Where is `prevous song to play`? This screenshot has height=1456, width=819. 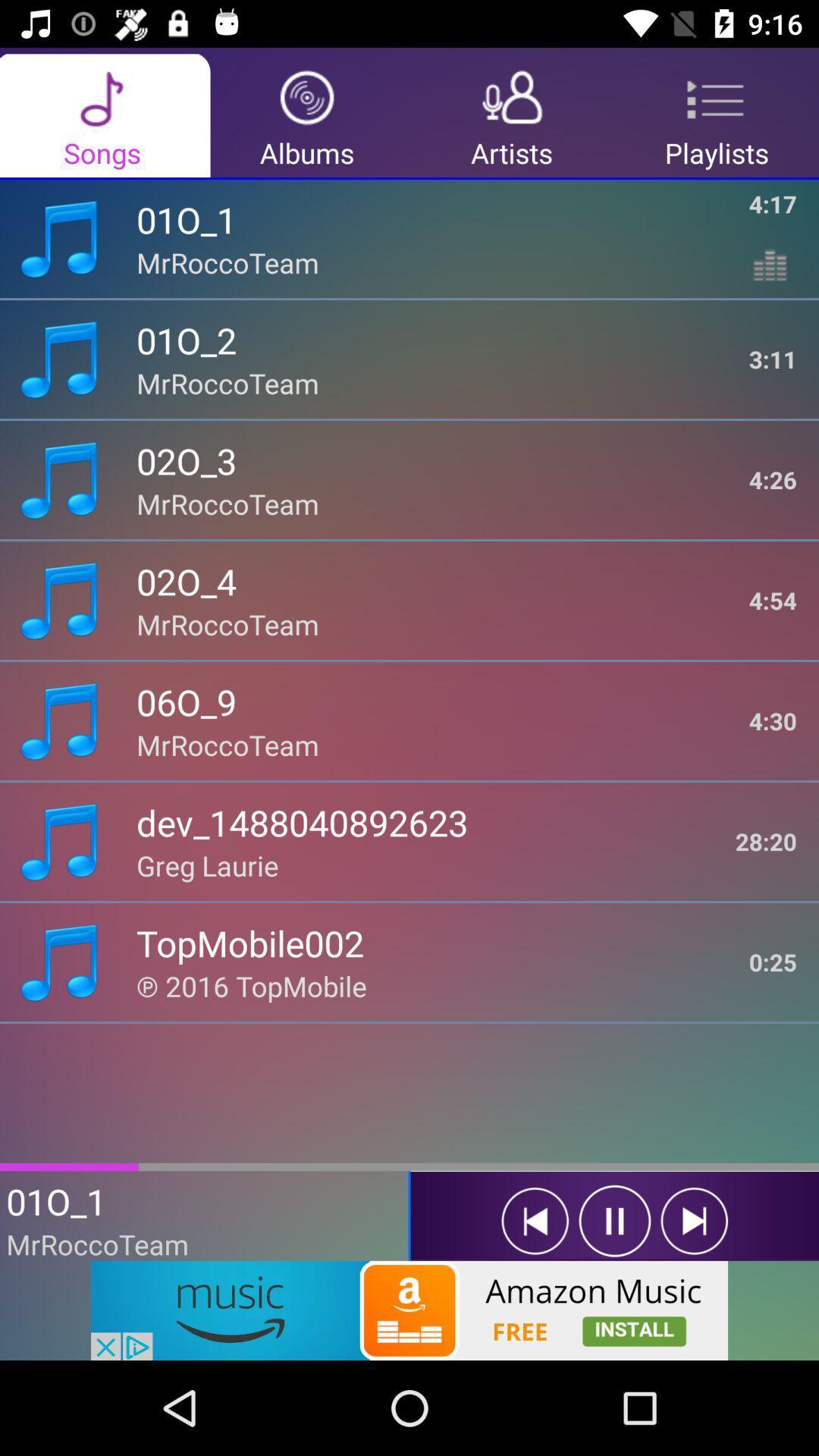
prevous song to play is located at coordinates (534, 1221).